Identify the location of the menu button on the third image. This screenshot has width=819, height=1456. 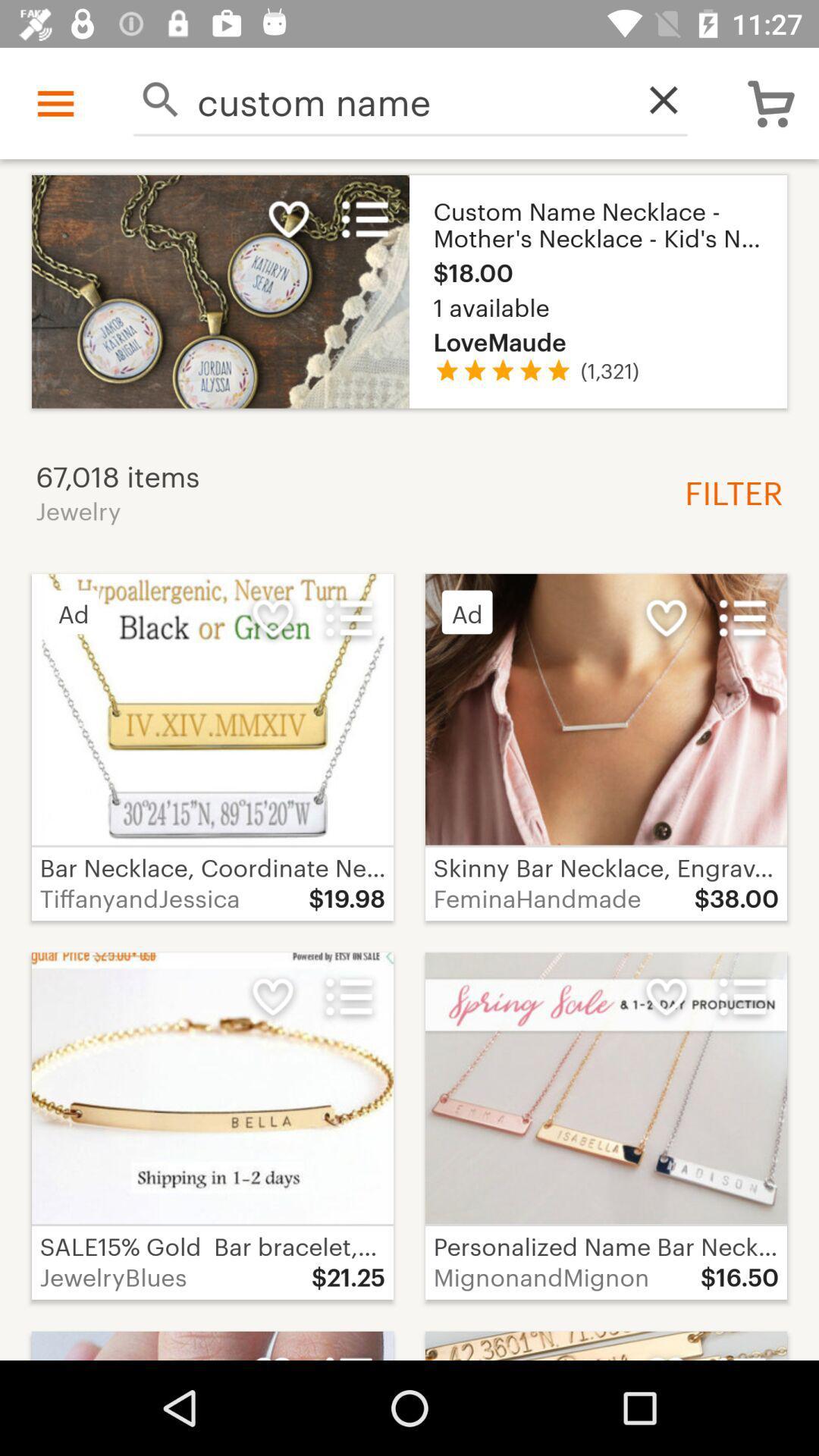
(742, 618).